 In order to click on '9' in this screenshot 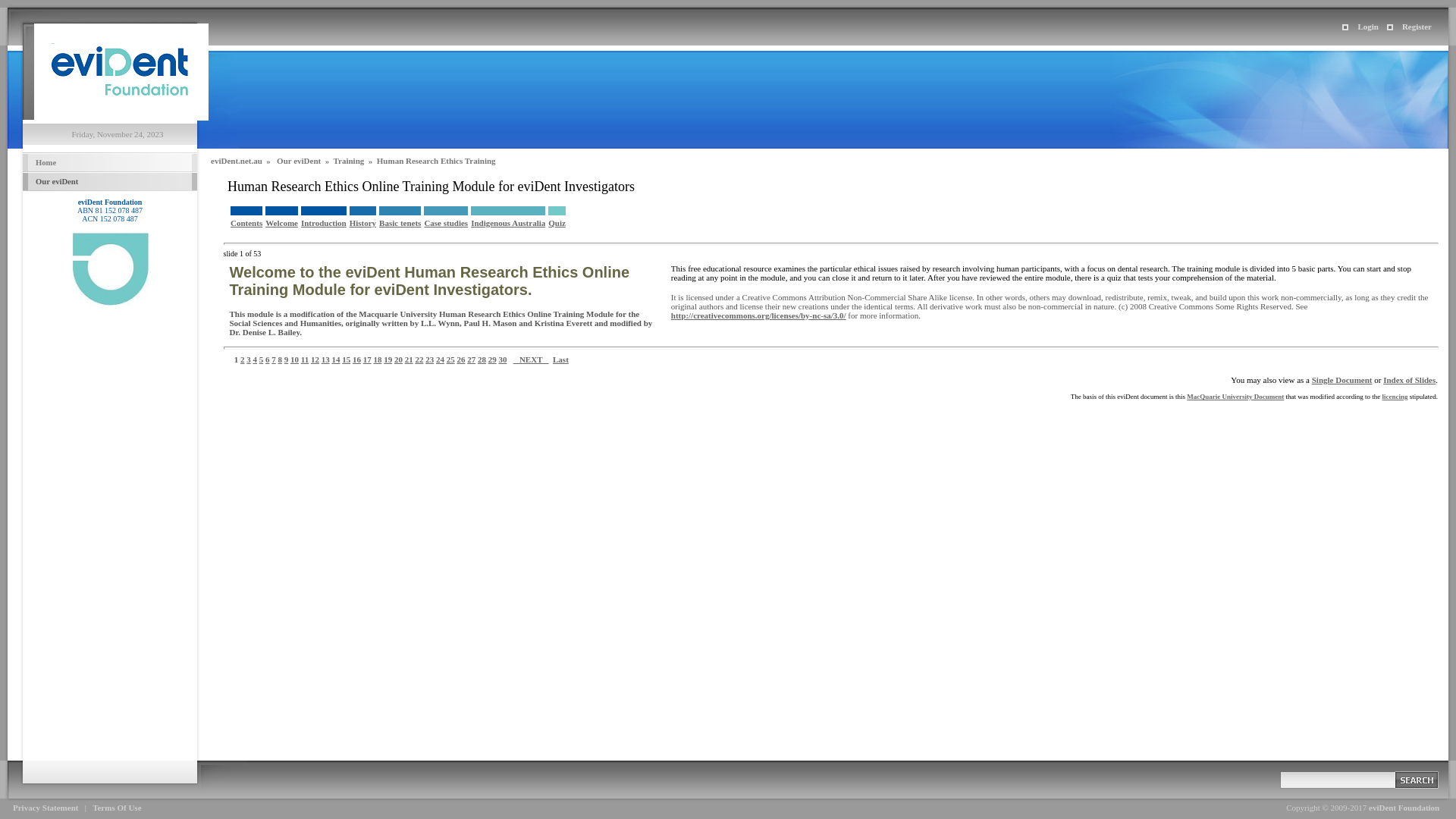, I will do `click(287, 359)`.